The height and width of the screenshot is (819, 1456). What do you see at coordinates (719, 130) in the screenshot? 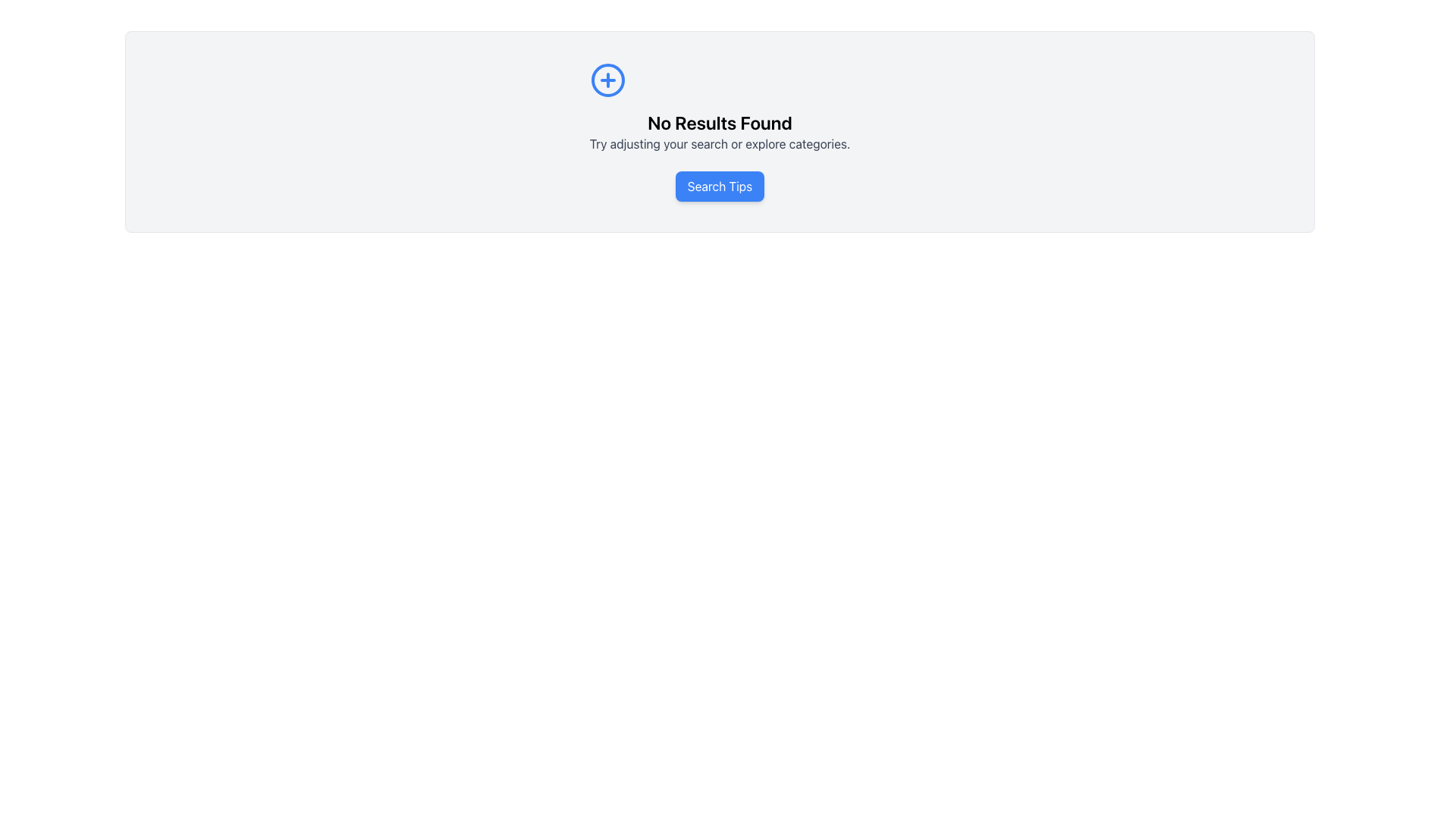
I see `the notification message text block that informs the user about no search results found, located centrally in the panel` at bounding box center [719, 130].